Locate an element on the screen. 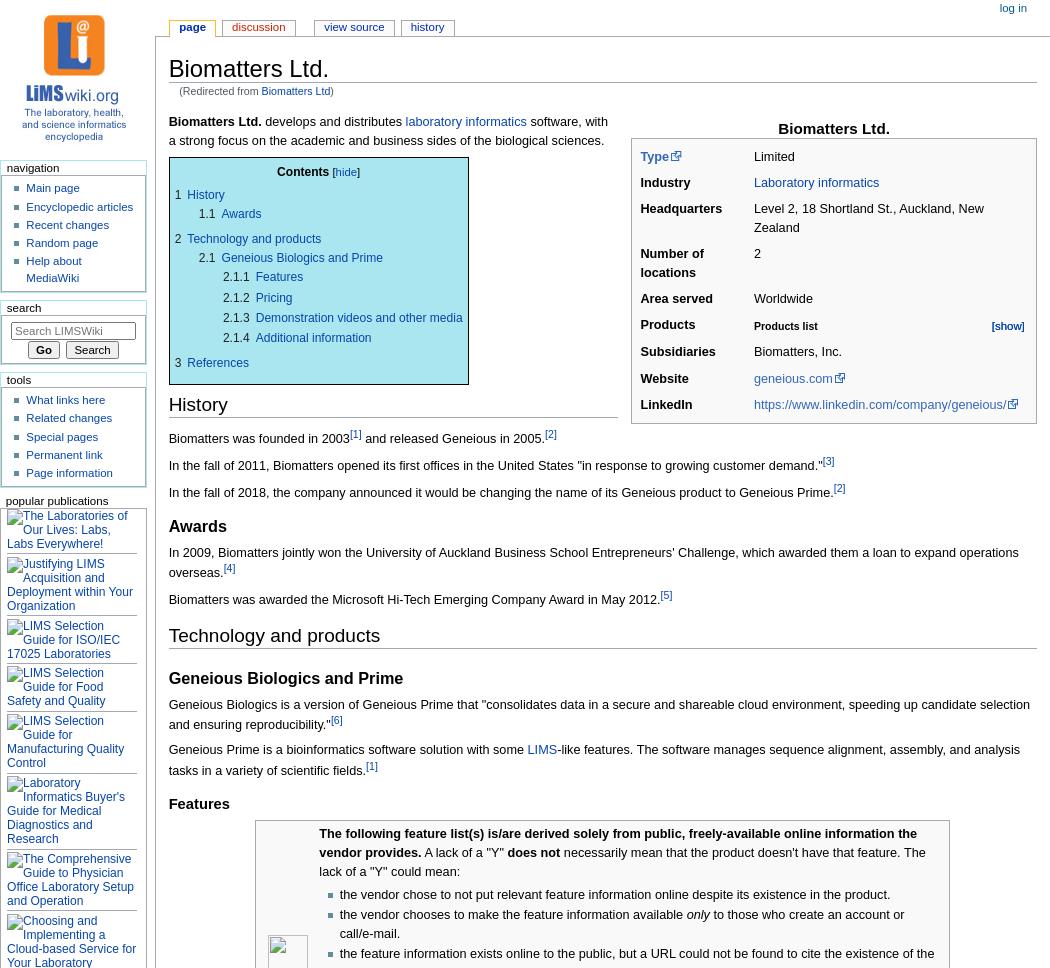 This screenshot has height=968, width=1050. 'software, with a strong focus on the academic and business sides of the biological sciences.' is located at coordinates (387, 129).